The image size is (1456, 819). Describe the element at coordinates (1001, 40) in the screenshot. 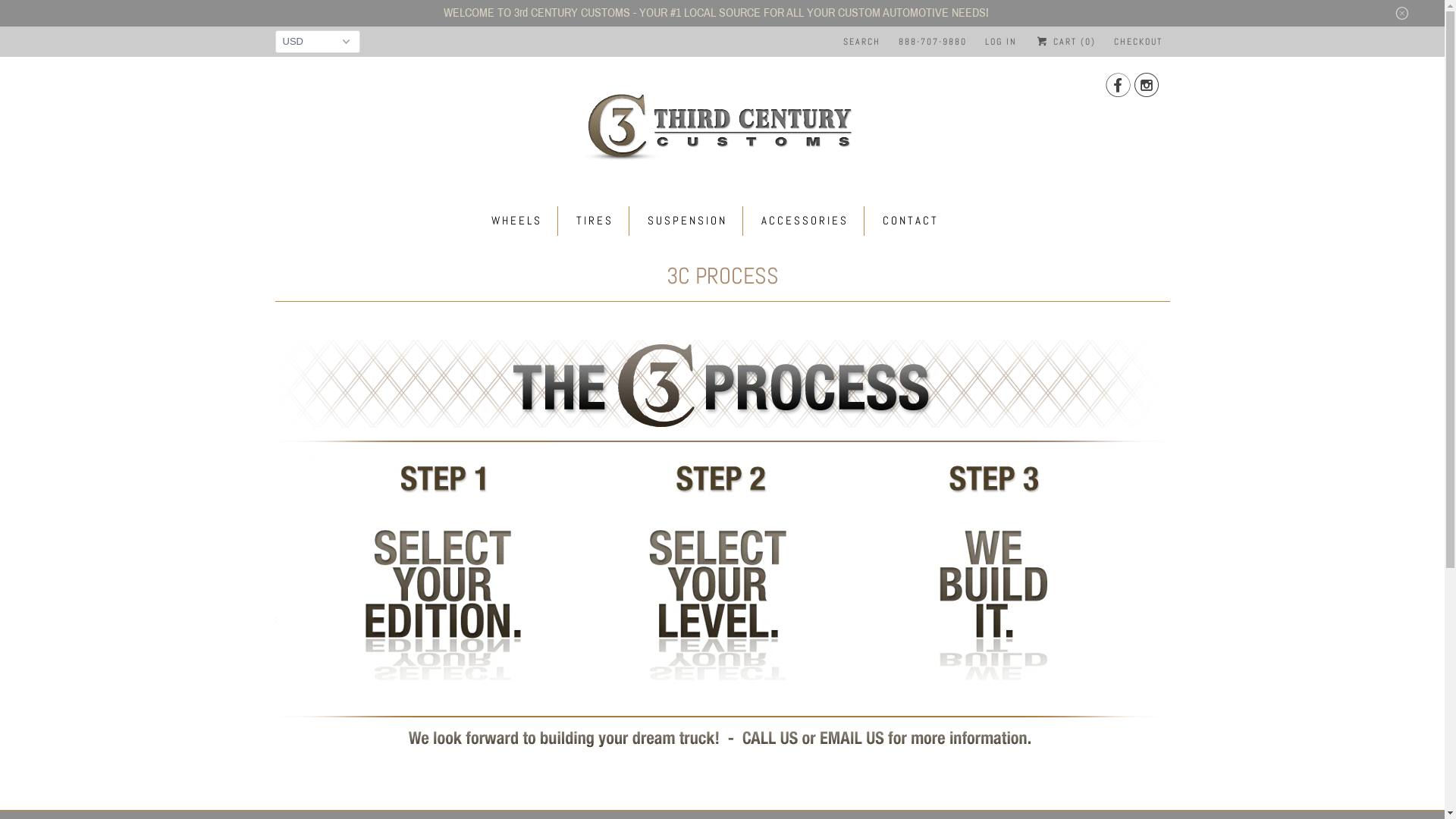

I see `'LOG IN'` at that location.